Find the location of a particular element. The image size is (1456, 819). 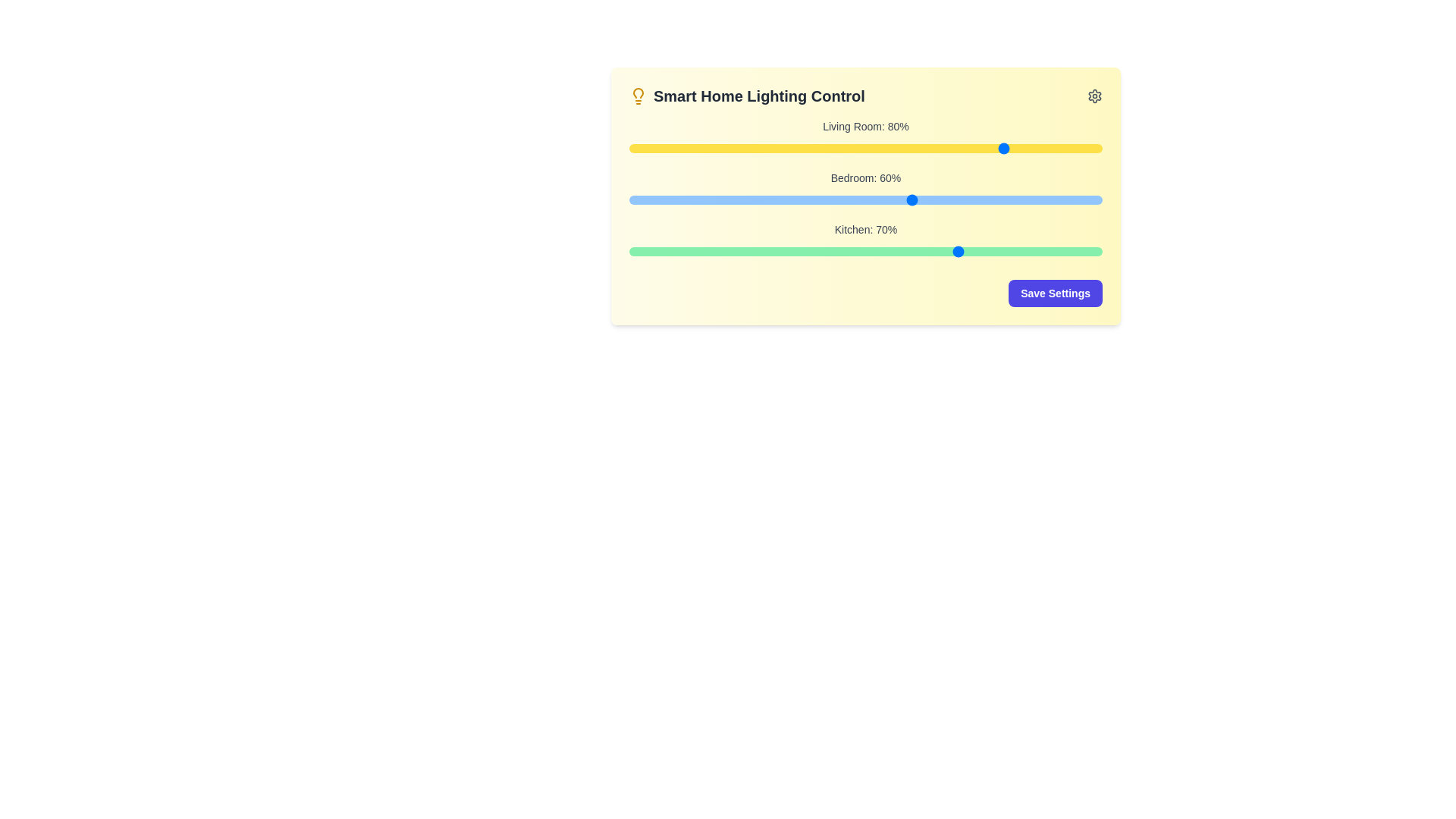

the horizontal slider control with a rounded blue thumb indicator, located between the text 'Bedroom: 60%' and the slider labeled 'Kitchen: 70%' is located at coordinates (866, 199).